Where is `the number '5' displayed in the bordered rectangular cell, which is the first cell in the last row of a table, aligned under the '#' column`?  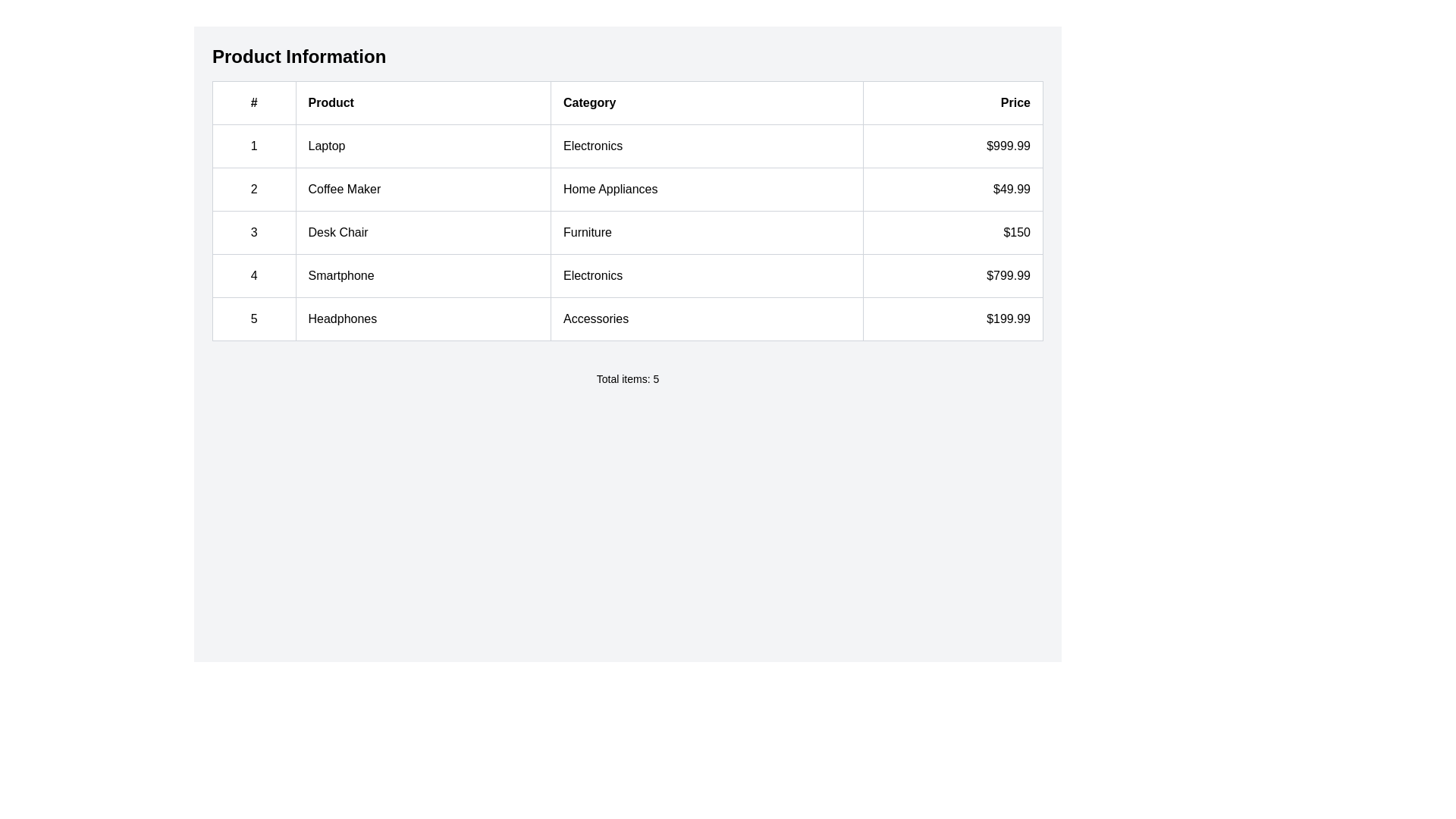 the number '5' displayed in the bordered rectangular cell, which is the first cell in the last row of a table, aligned under the '#' column is located at coordinates (254, 318).